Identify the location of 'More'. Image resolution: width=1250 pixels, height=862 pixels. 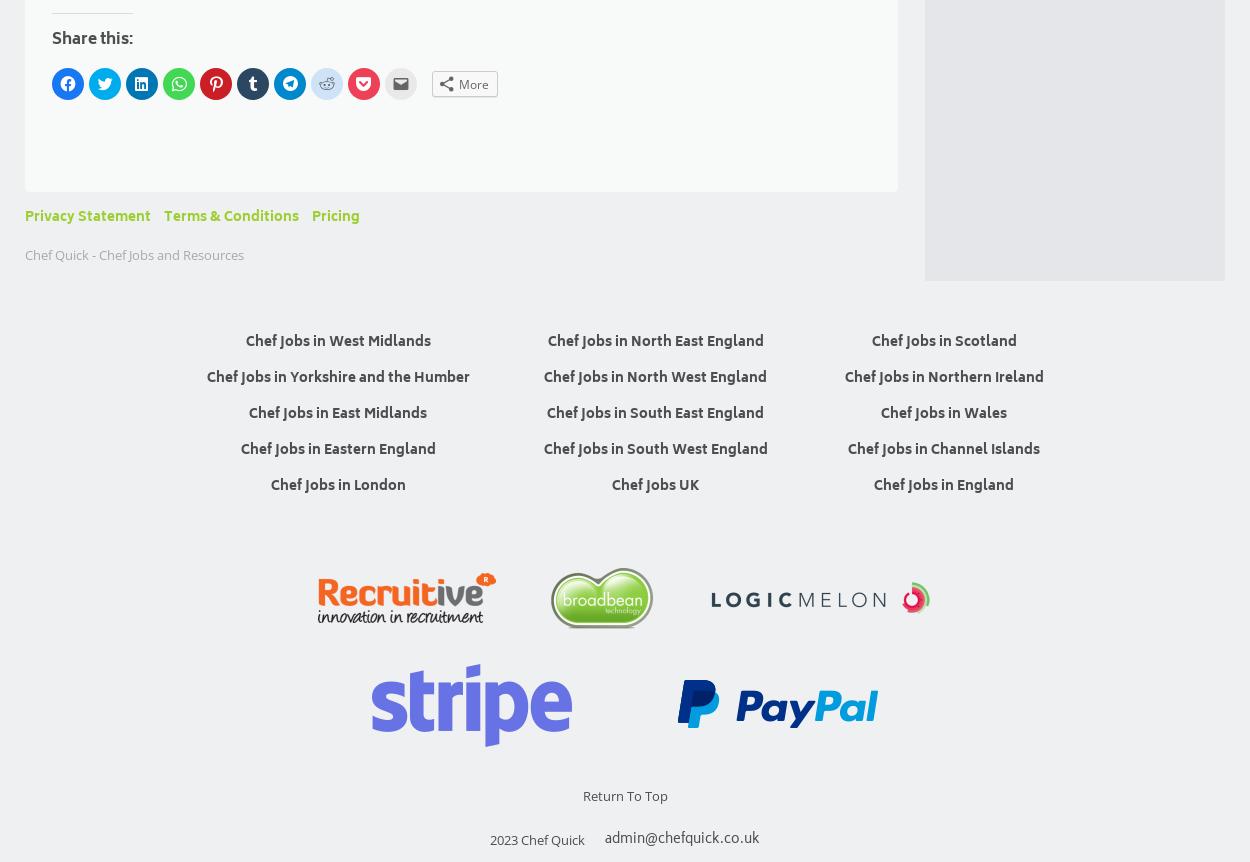
(473, 82).